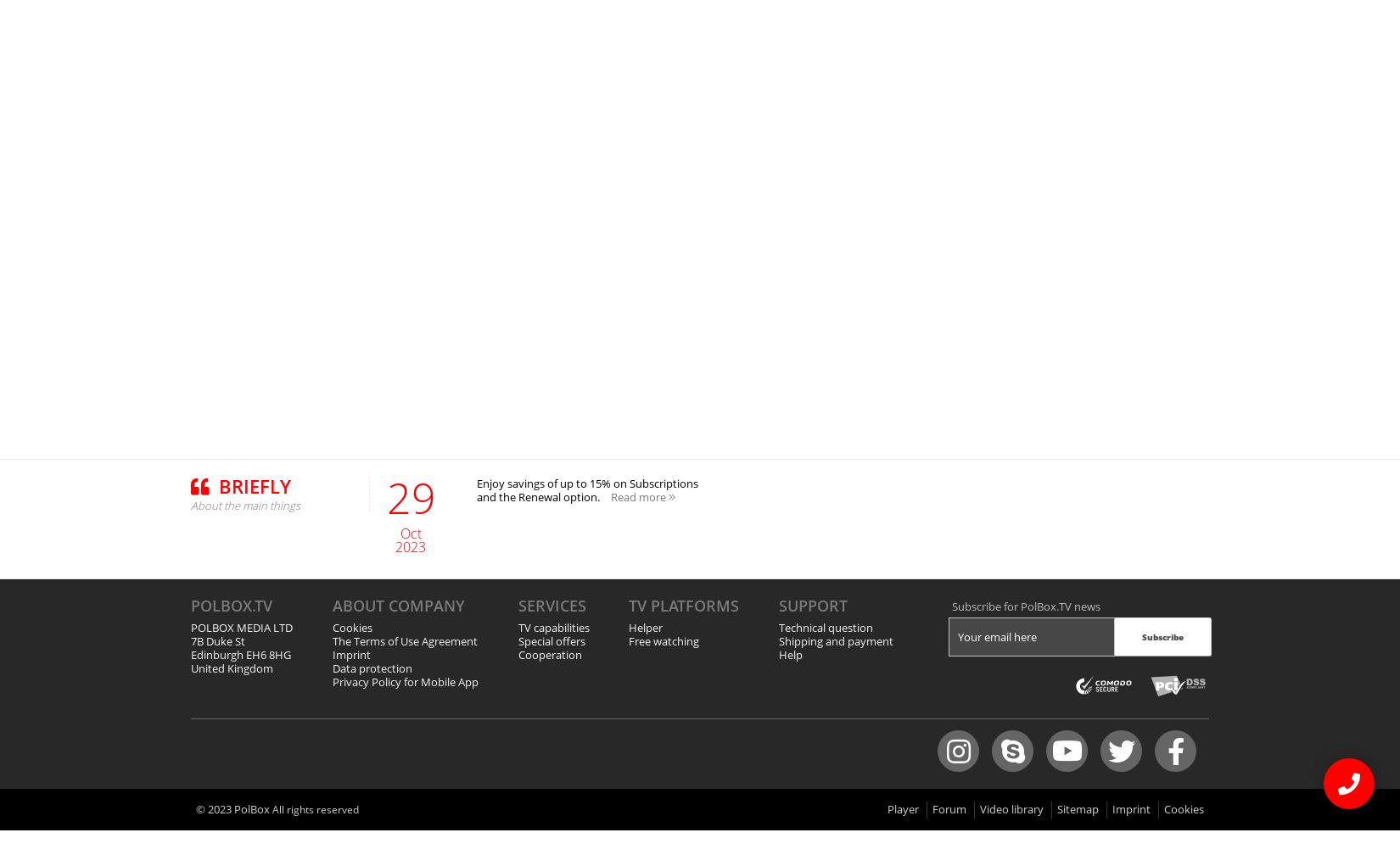 Image resolution: width=1400 pixels, height=866 pixels. Describe the element at coordinates (404, 681) in the screenshot. I see `'Privacy Policy for Mobile App'` at that location.